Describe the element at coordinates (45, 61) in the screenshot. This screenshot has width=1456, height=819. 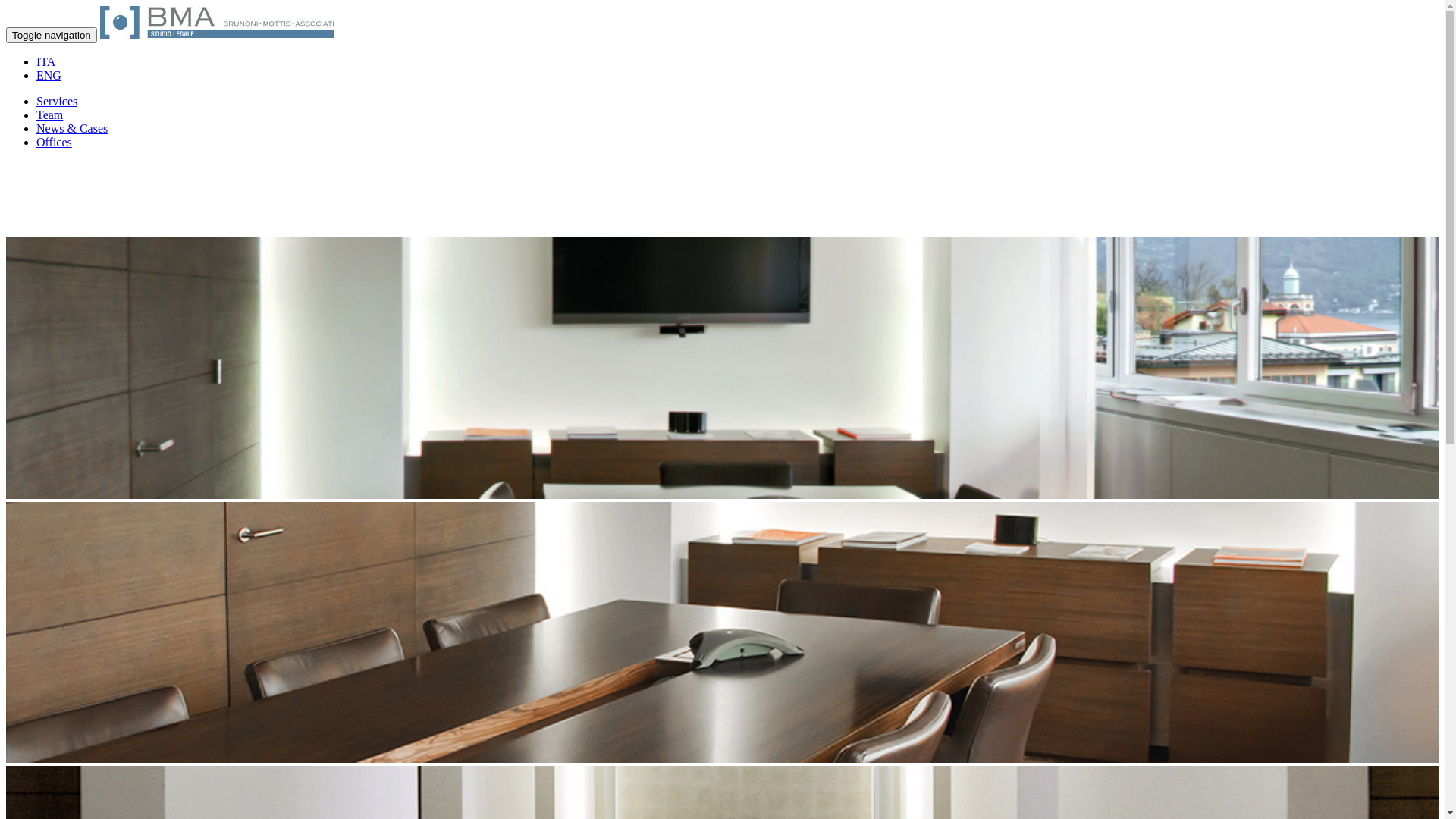
I see `'ITA'` at that location.